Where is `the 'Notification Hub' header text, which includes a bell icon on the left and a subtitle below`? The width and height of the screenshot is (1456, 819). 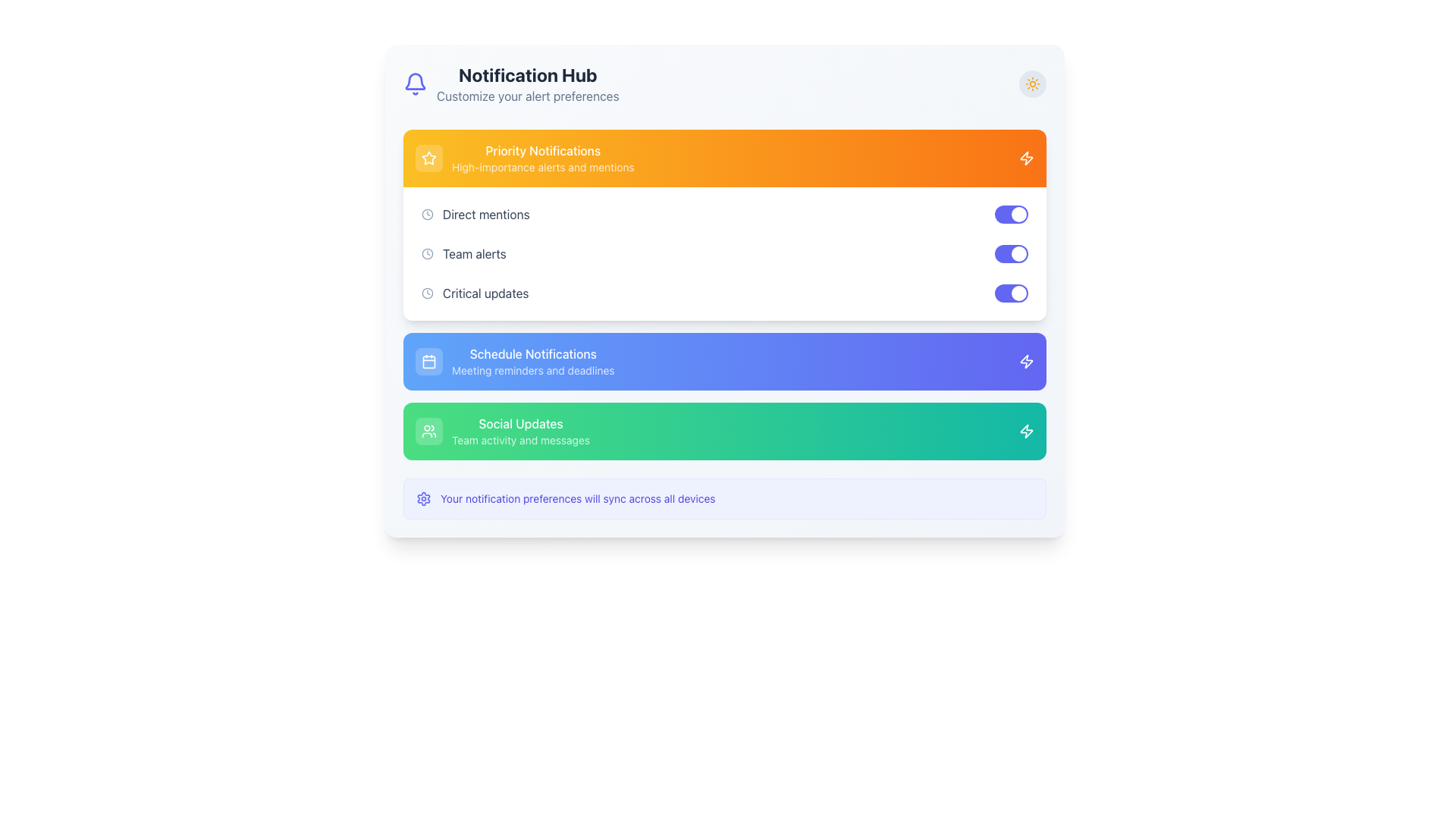
the 'Notification Hub' header text, which includes a bell icon on the left and a subtitle below is located at coordinates (511, 84).